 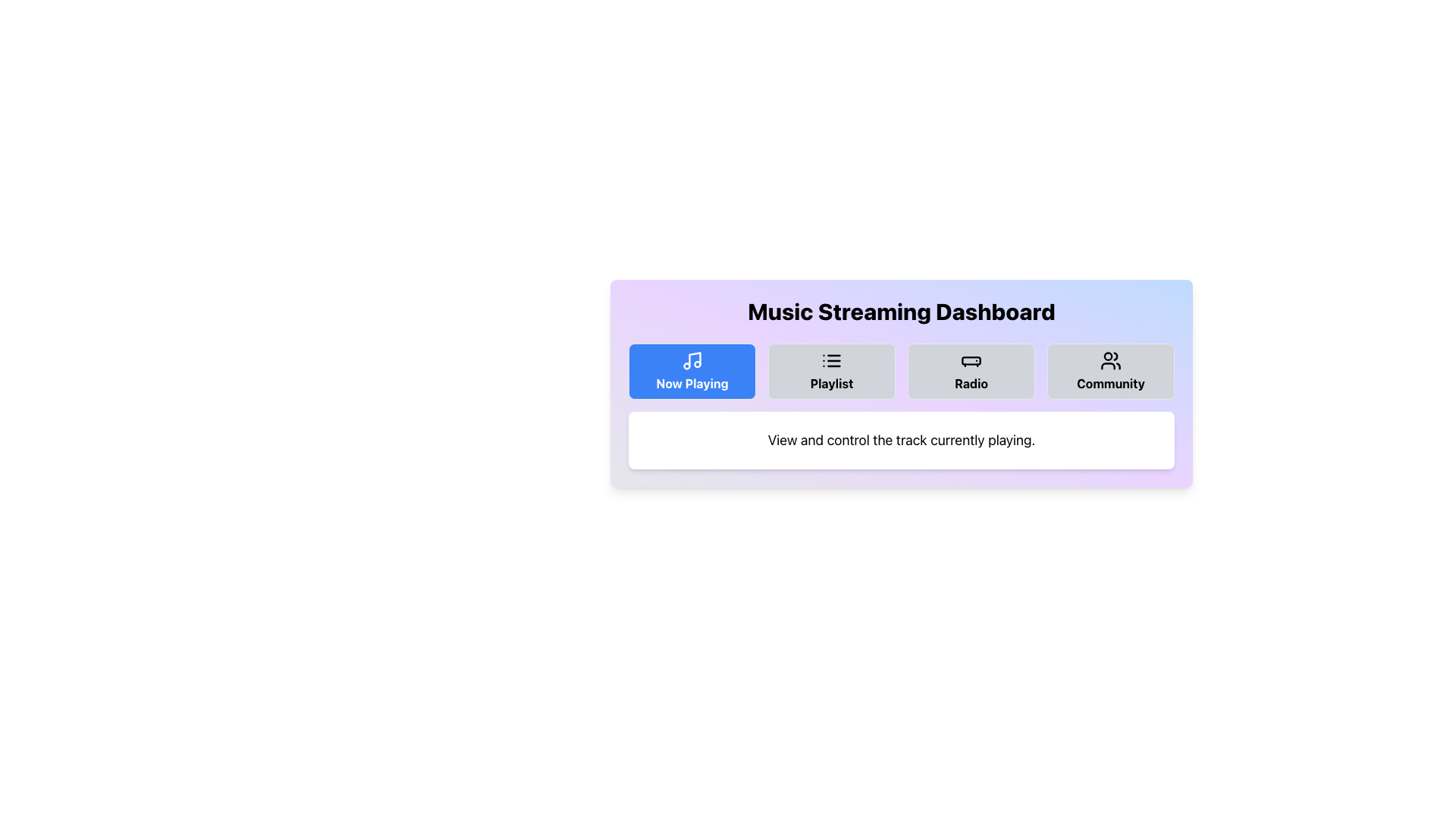 What do you see at coordinates (902, 311) in the screenshot?
I see `the text header located at the top-center of the content panel, indicating the title or purpose of the current dashboard section` at bounding box center [902, 311].